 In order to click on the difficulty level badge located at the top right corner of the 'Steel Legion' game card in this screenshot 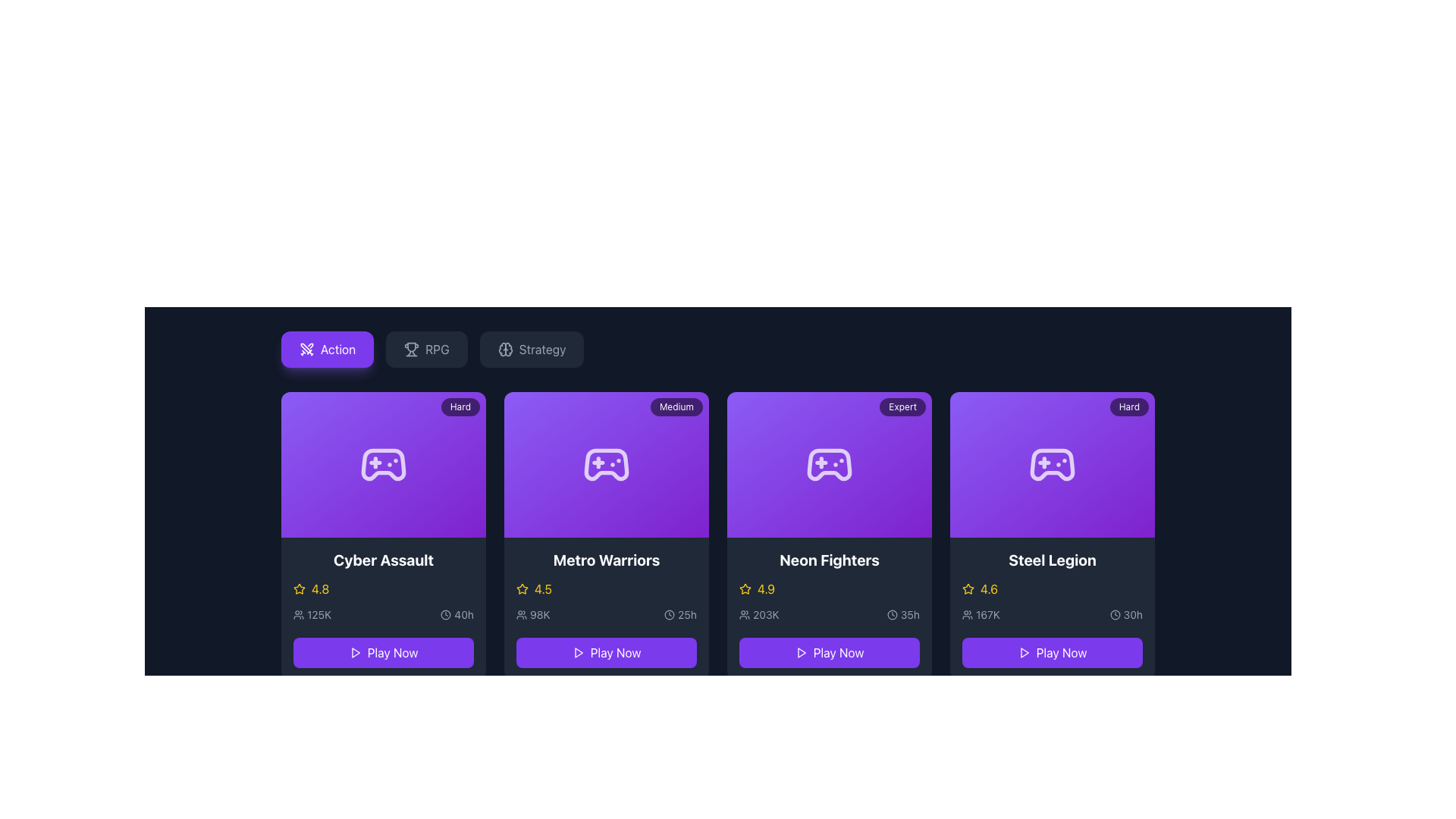, I will do `click(1128, 406)`.